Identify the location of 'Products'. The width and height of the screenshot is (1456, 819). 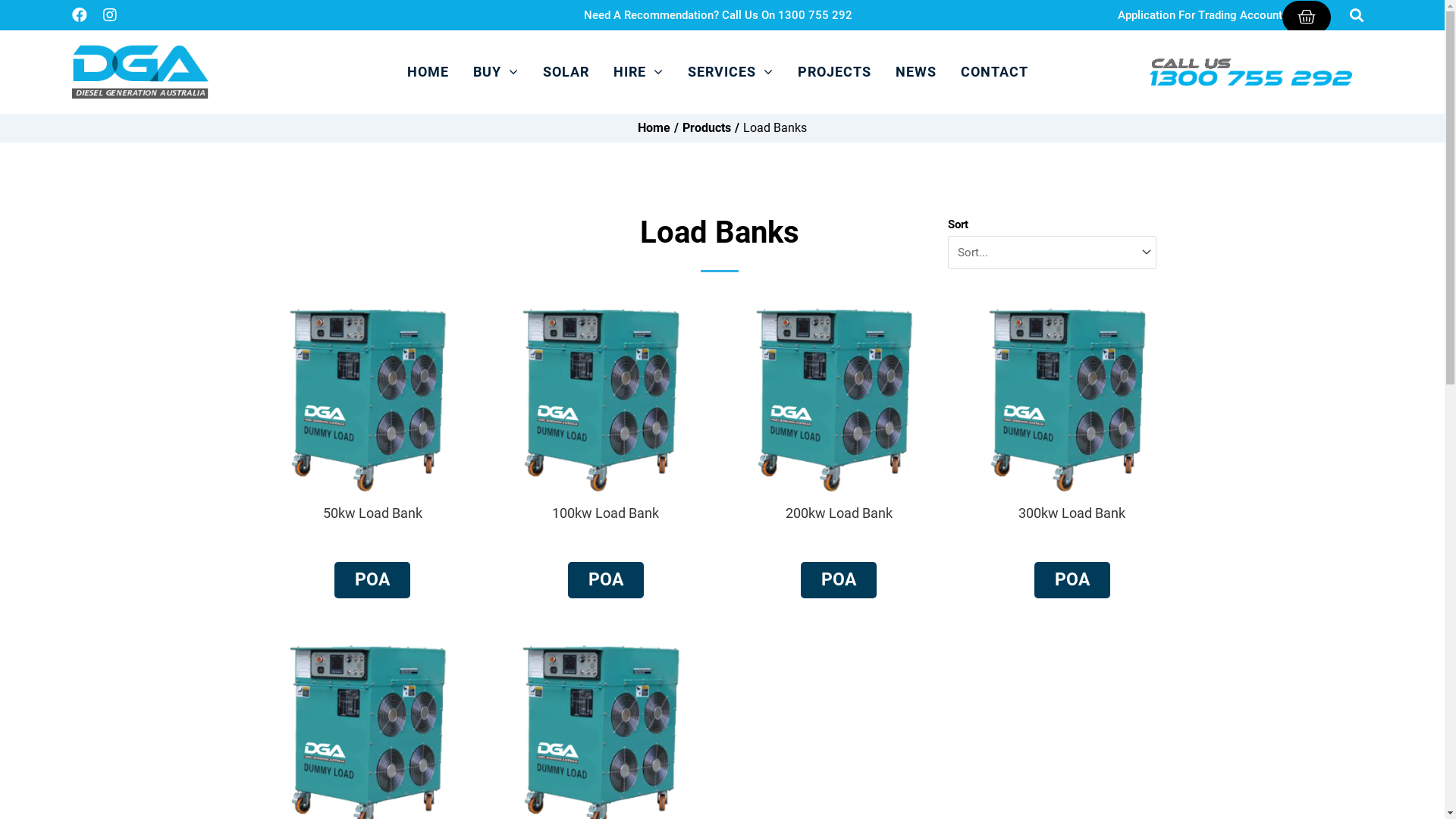
(705, 127).